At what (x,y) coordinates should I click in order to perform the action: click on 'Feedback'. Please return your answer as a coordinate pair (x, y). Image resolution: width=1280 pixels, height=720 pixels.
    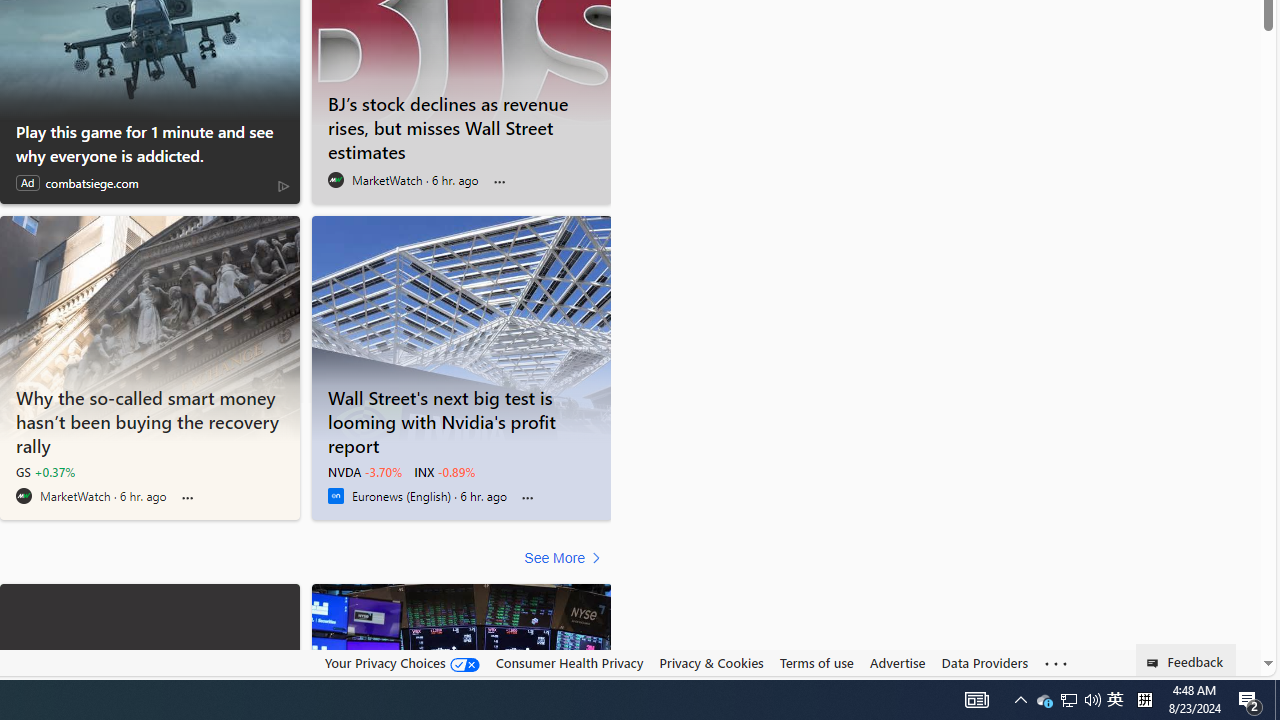
    Looking at the image, I should click on (1186, 659).